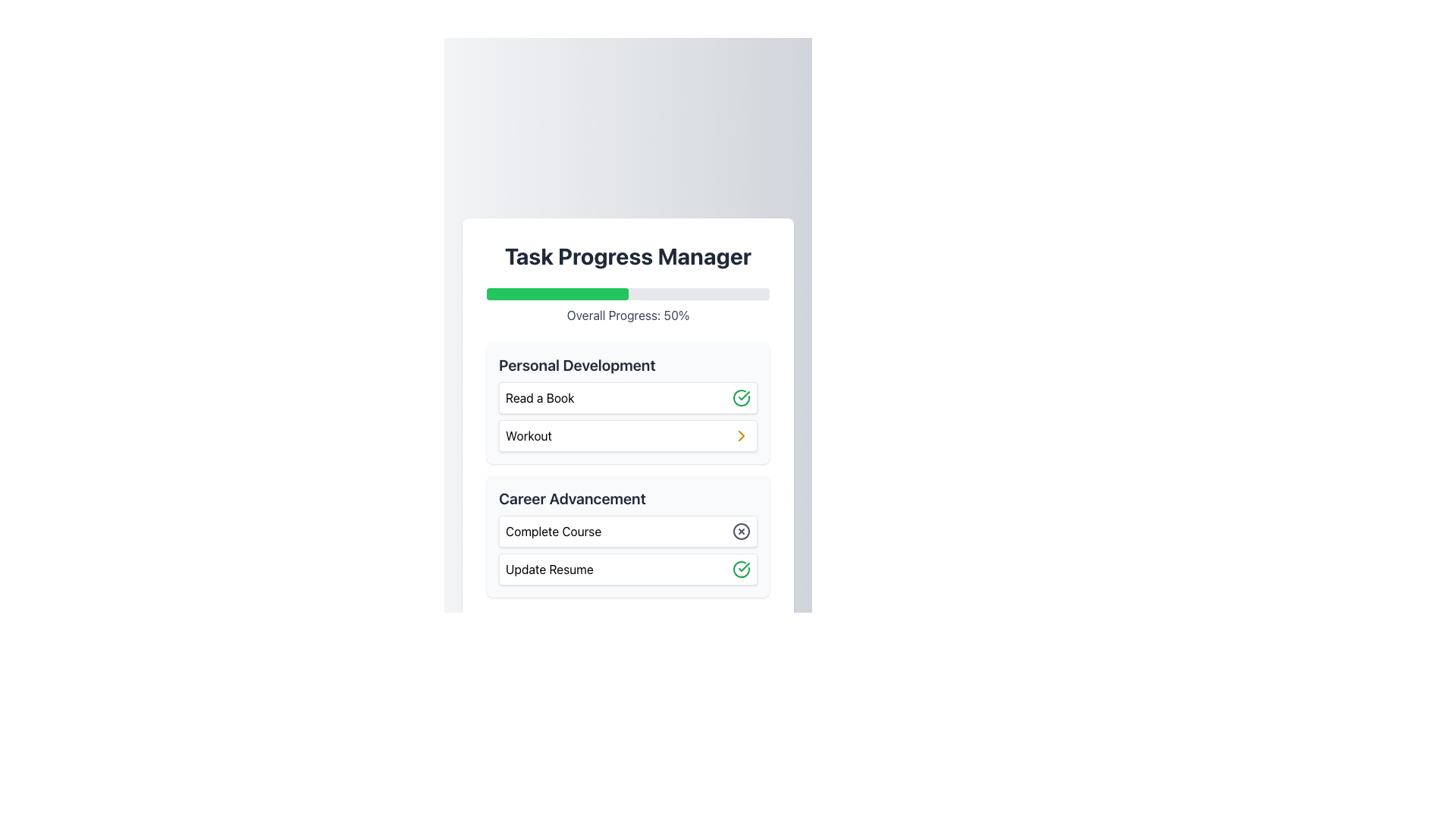 The image size is (1456, 819). I want to click on the circular icon with a cross inside it, located to the right of the 'Complete Course' text in the 'Career Advancement' section, so click(742, 531).